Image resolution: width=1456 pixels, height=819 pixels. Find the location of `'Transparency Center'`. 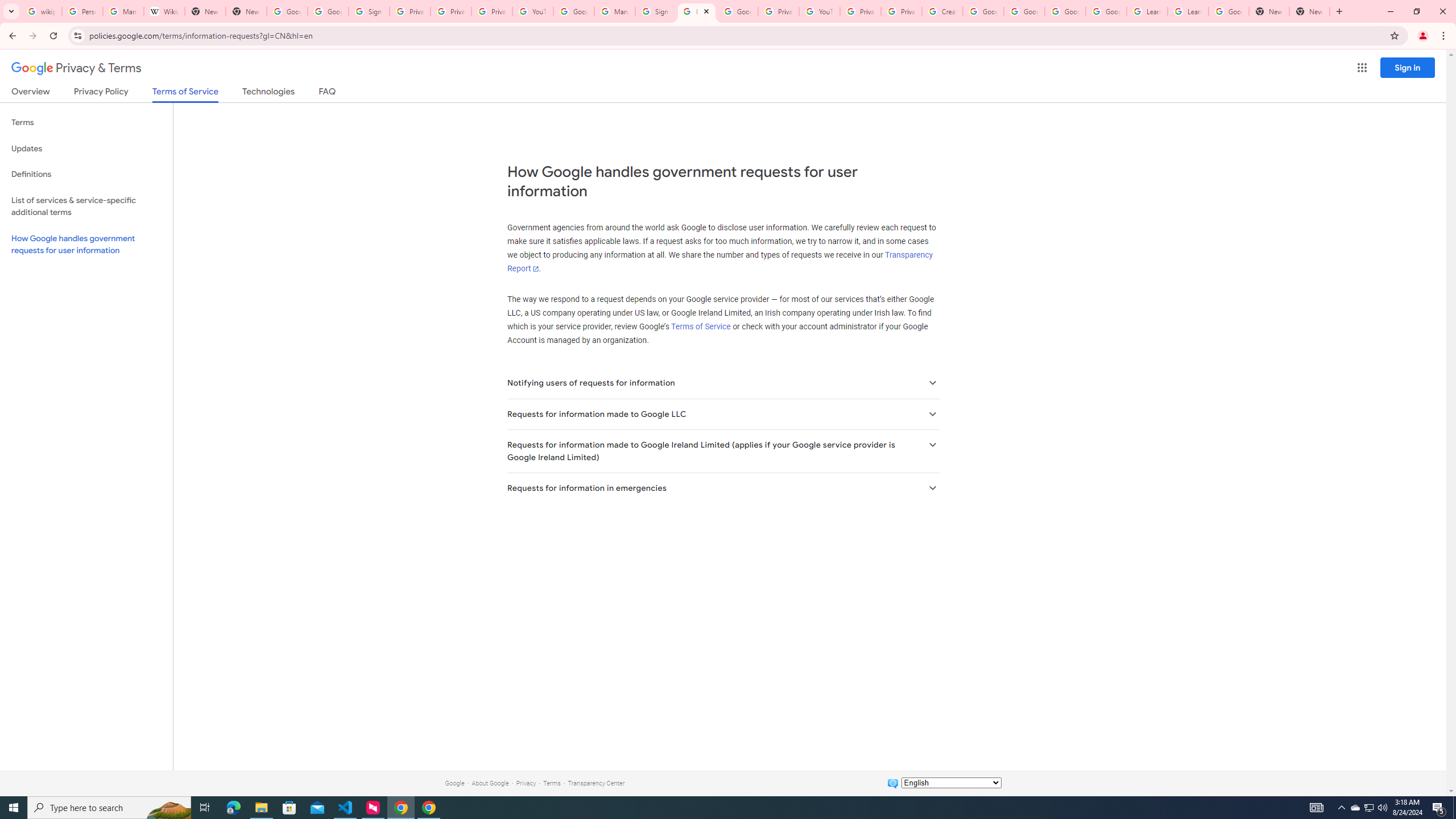

'Transparency Center' is located at coordinates (595, 783).